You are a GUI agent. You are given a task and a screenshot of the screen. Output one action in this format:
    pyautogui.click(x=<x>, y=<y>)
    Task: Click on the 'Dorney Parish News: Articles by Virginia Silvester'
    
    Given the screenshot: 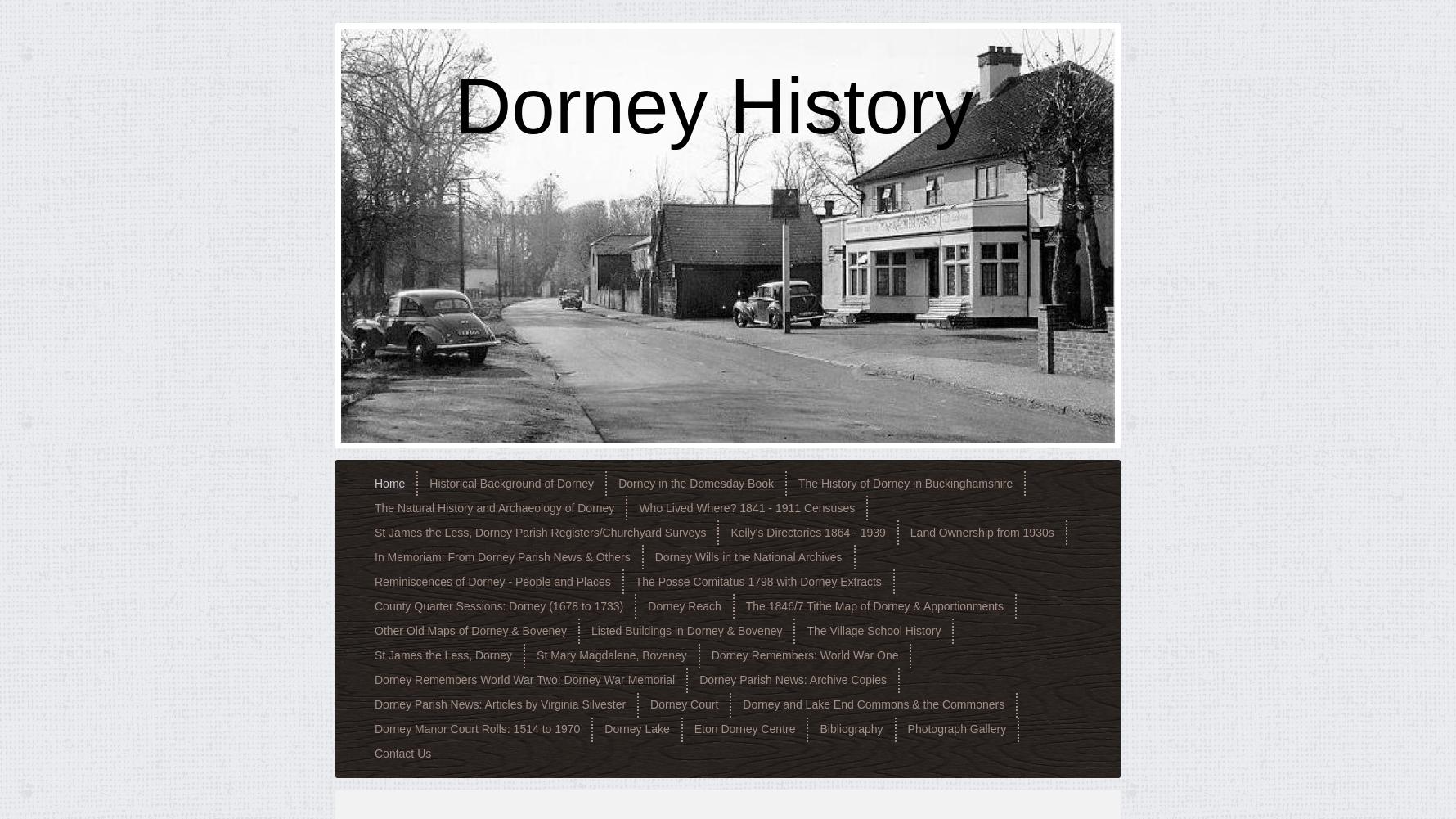 What is the action you would take?
    pyautogui.click(x=500, y=704)
    